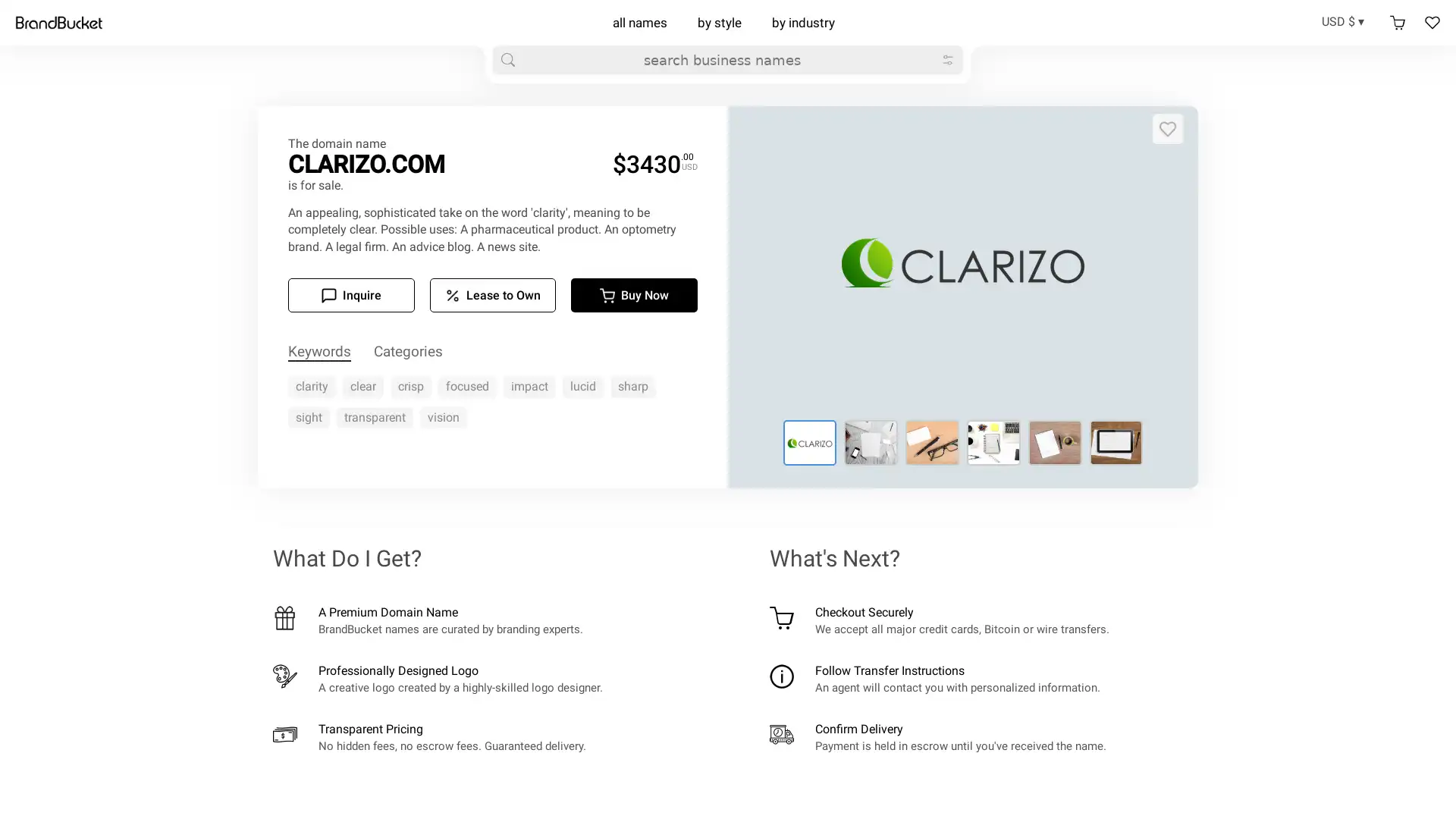 The width and height of the screenshot is (1456, 819). I want to click on Shopping cart Shopping cart, so click(1397, 23).